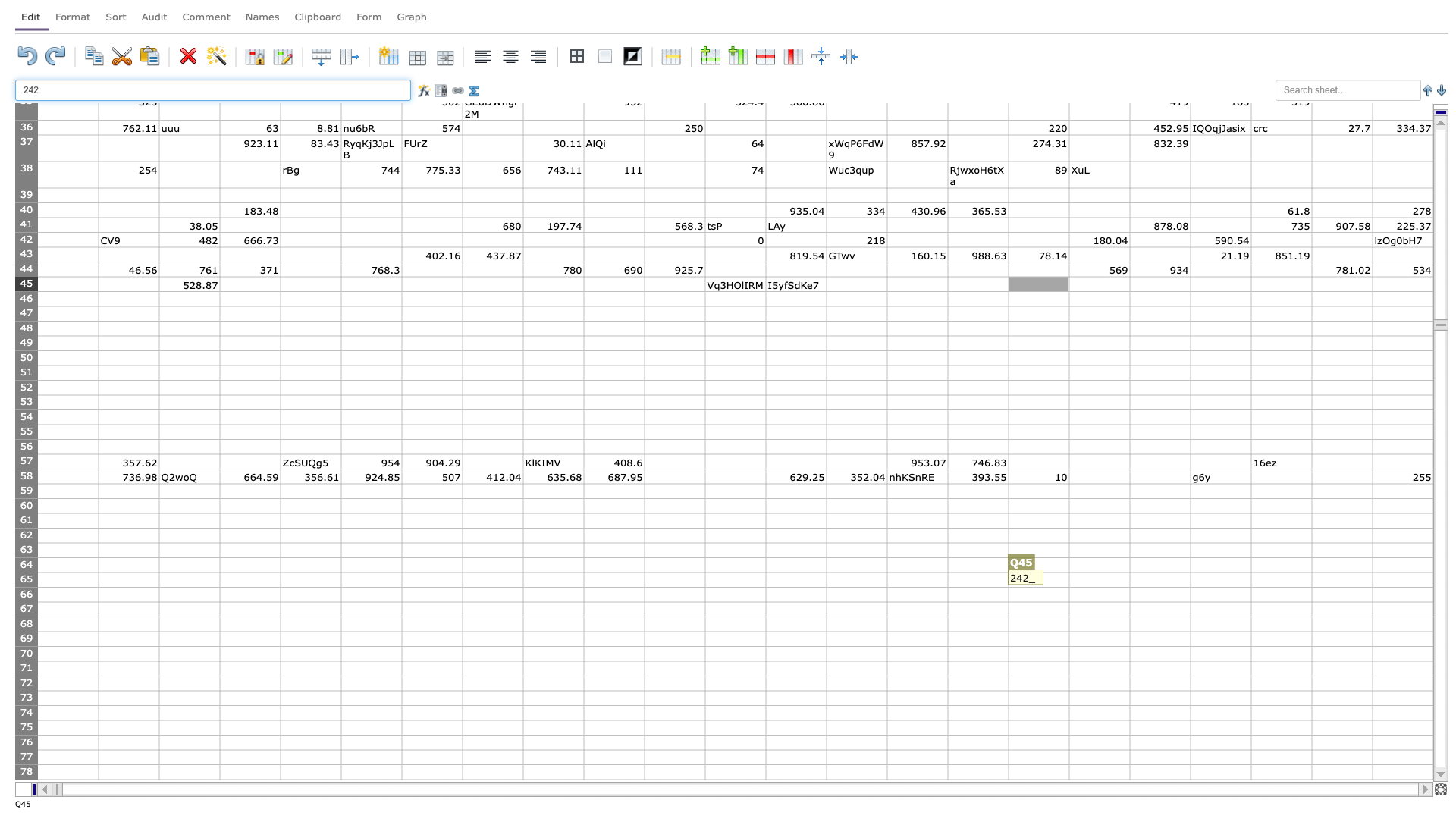  What do you see at coordinates (1129, 586) in the screenshot?
I see `Lower right corner of cell R65` at bounding box center [1129, 586].